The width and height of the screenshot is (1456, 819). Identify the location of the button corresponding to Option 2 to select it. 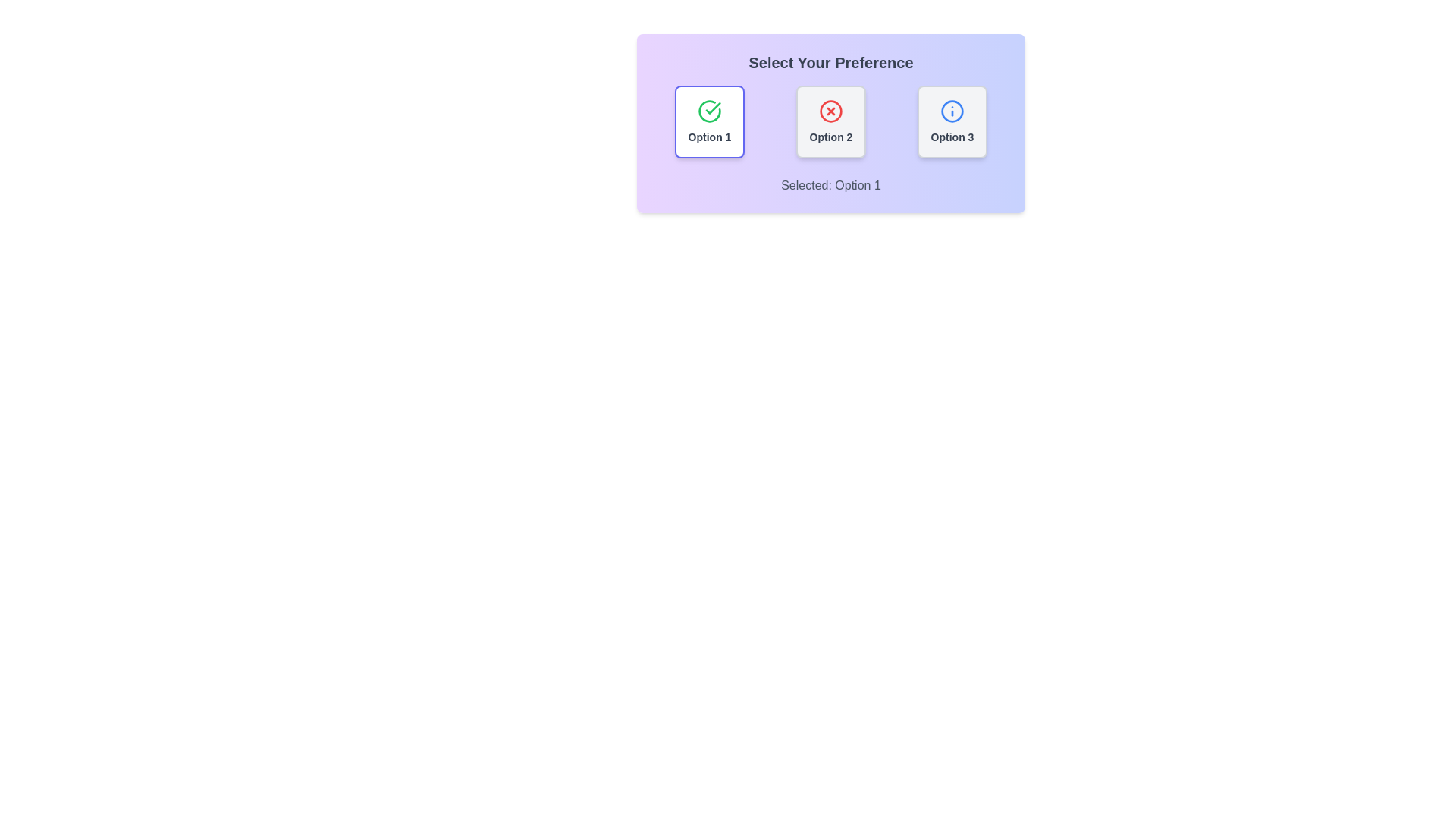
(830, 121).